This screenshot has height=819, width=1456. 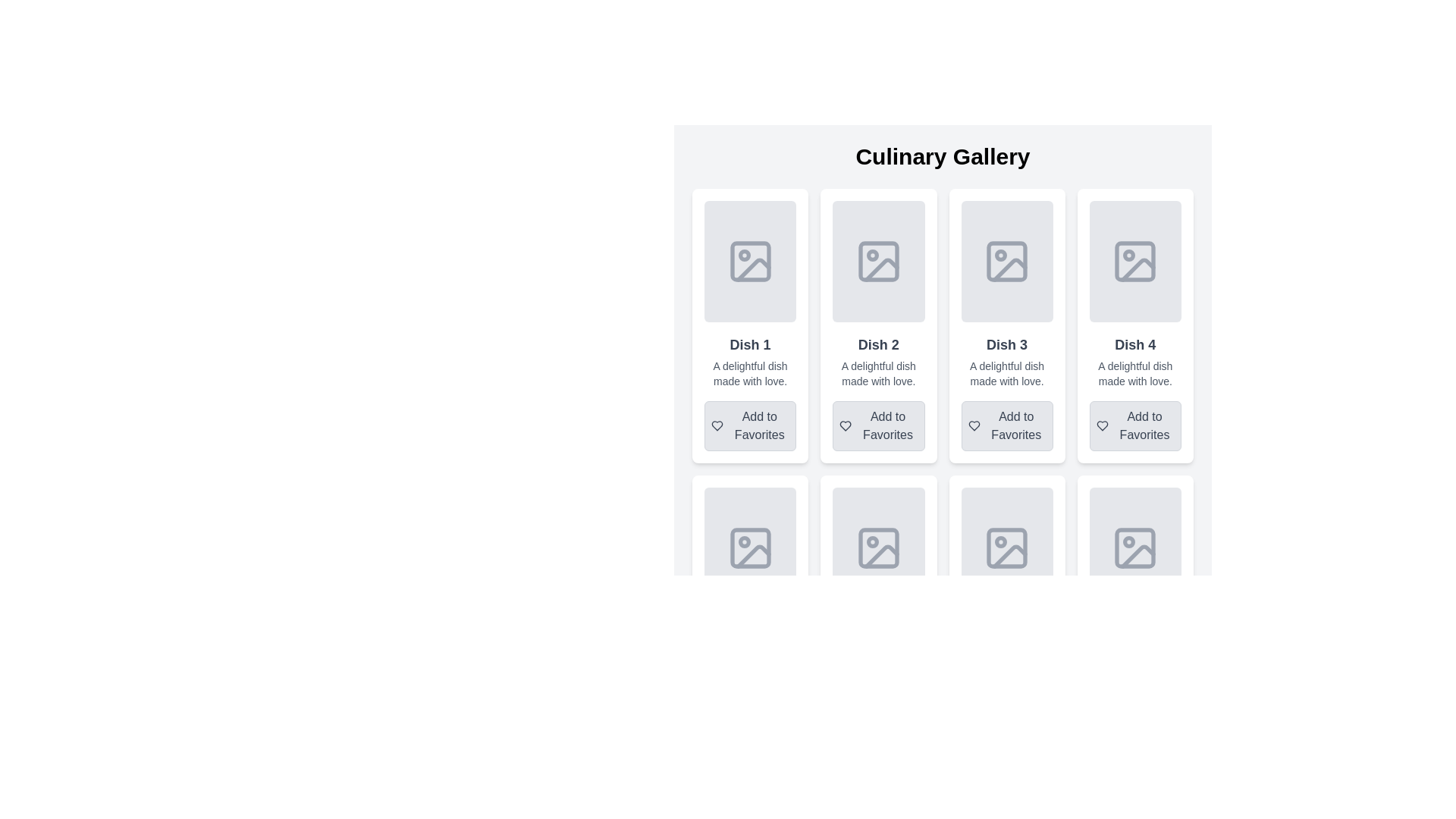 What do you see at coordinates (1135, 260) in the screenshot?
I see `the graphical placeholder icon located in the upper central portion of the 'Dish 4' card` at bounding box center [1135, 260].